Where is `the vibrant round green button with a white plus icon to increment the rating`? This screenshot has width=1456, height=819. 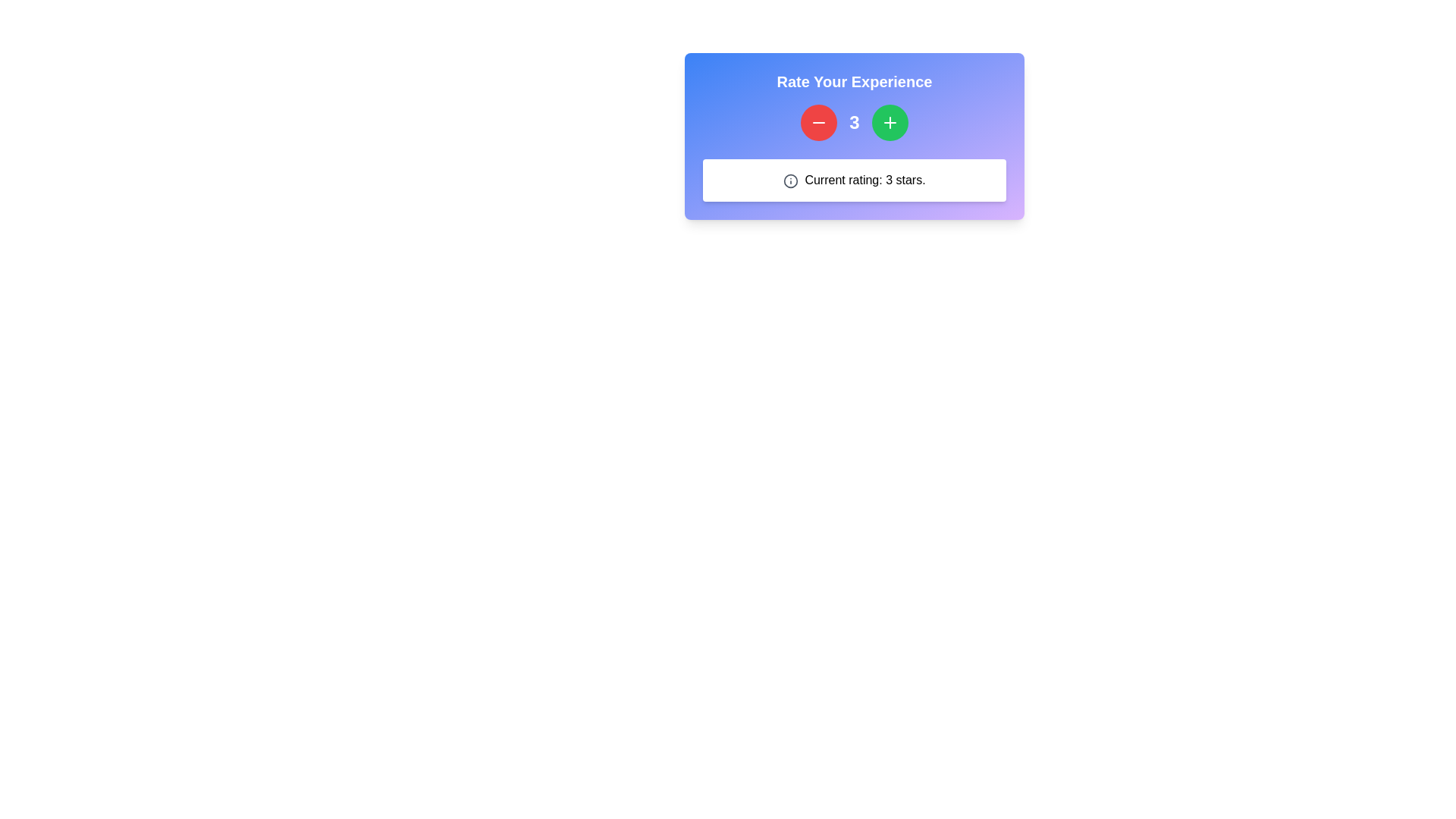
the vibrant round green button with a white plus icon to increment the rating is located at coordinates (890, 122).